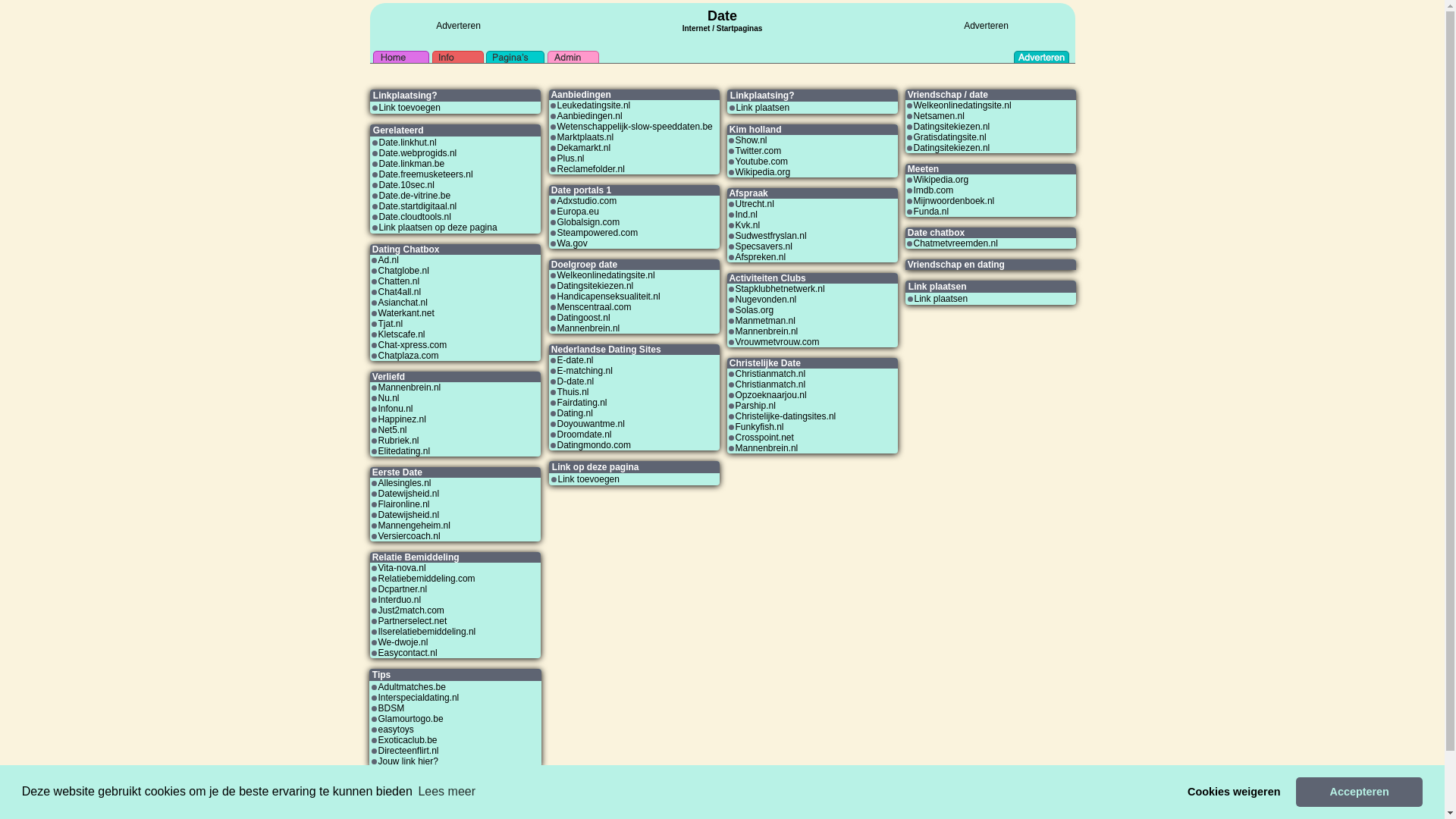 The image size is (1456, 819). What do you see at coordinates (425, 632) in the screenshot?
I see `'Ilserelatiebemiddeling.nl'` at bounding box center [425, 632].